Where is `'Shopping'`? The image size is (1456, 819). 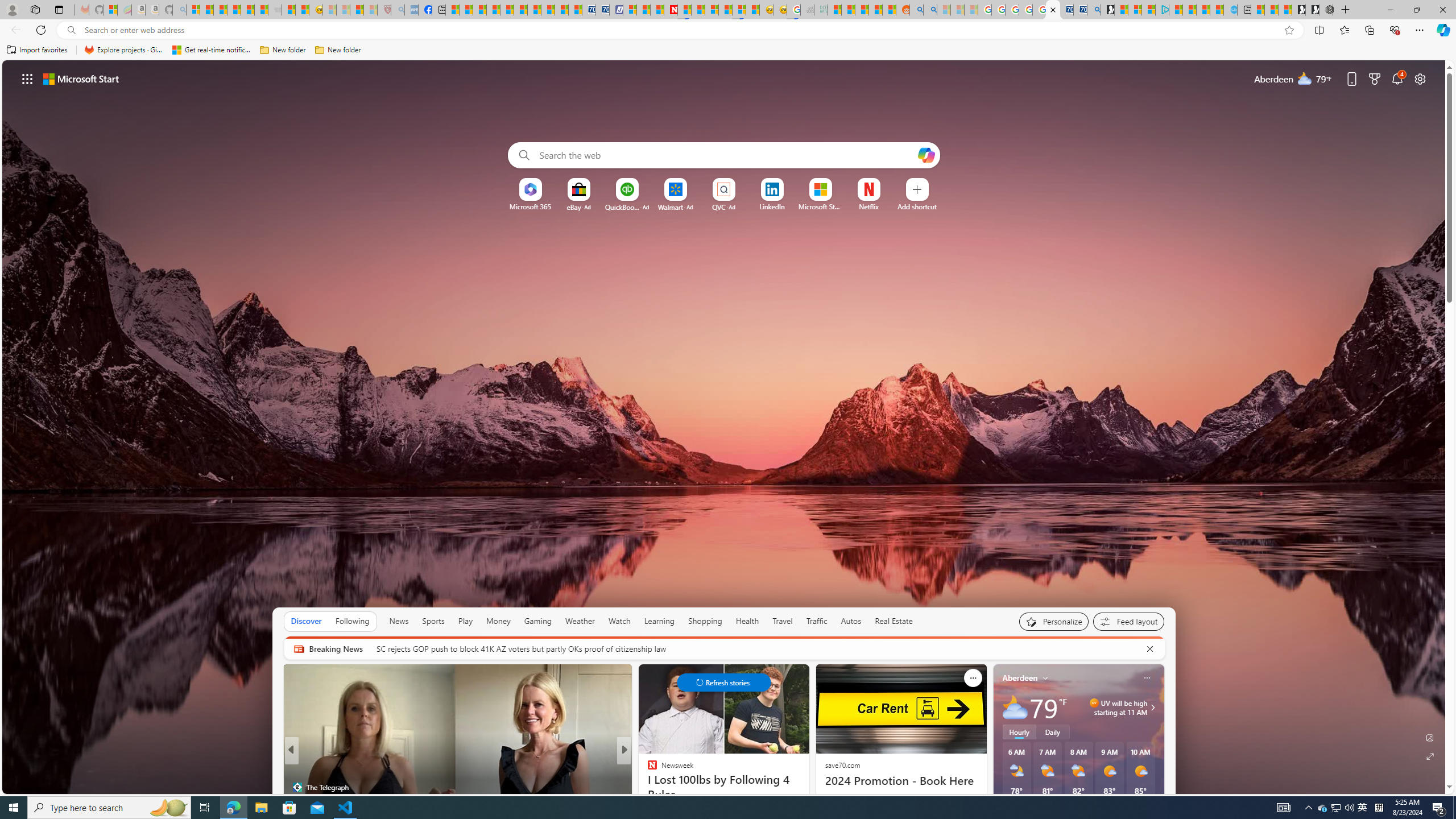 'Shopping' is located at coordinates (705, 621).